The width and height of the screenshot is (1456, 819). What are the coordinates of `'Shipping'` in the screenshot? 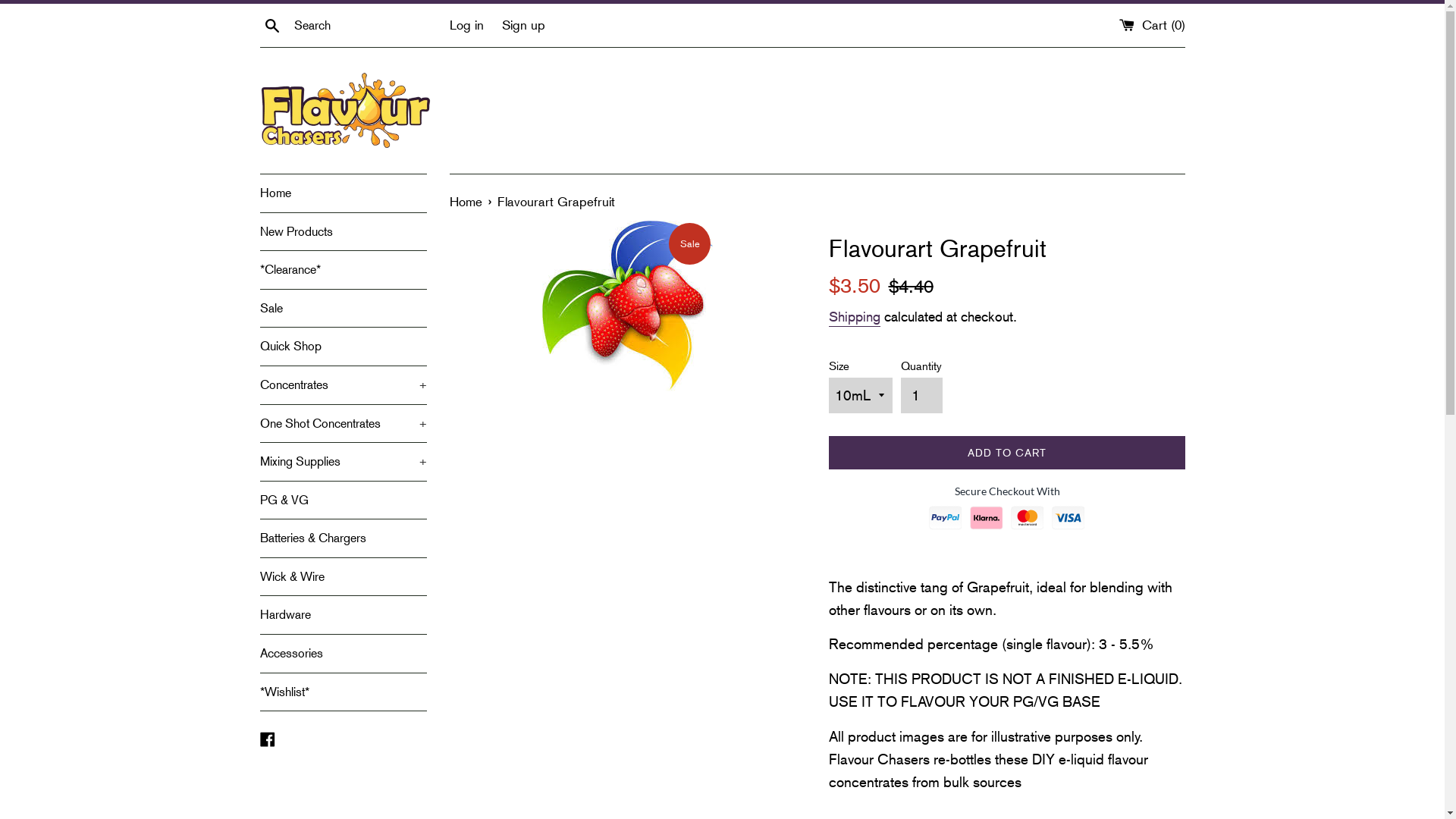 It's located at (854, 317).